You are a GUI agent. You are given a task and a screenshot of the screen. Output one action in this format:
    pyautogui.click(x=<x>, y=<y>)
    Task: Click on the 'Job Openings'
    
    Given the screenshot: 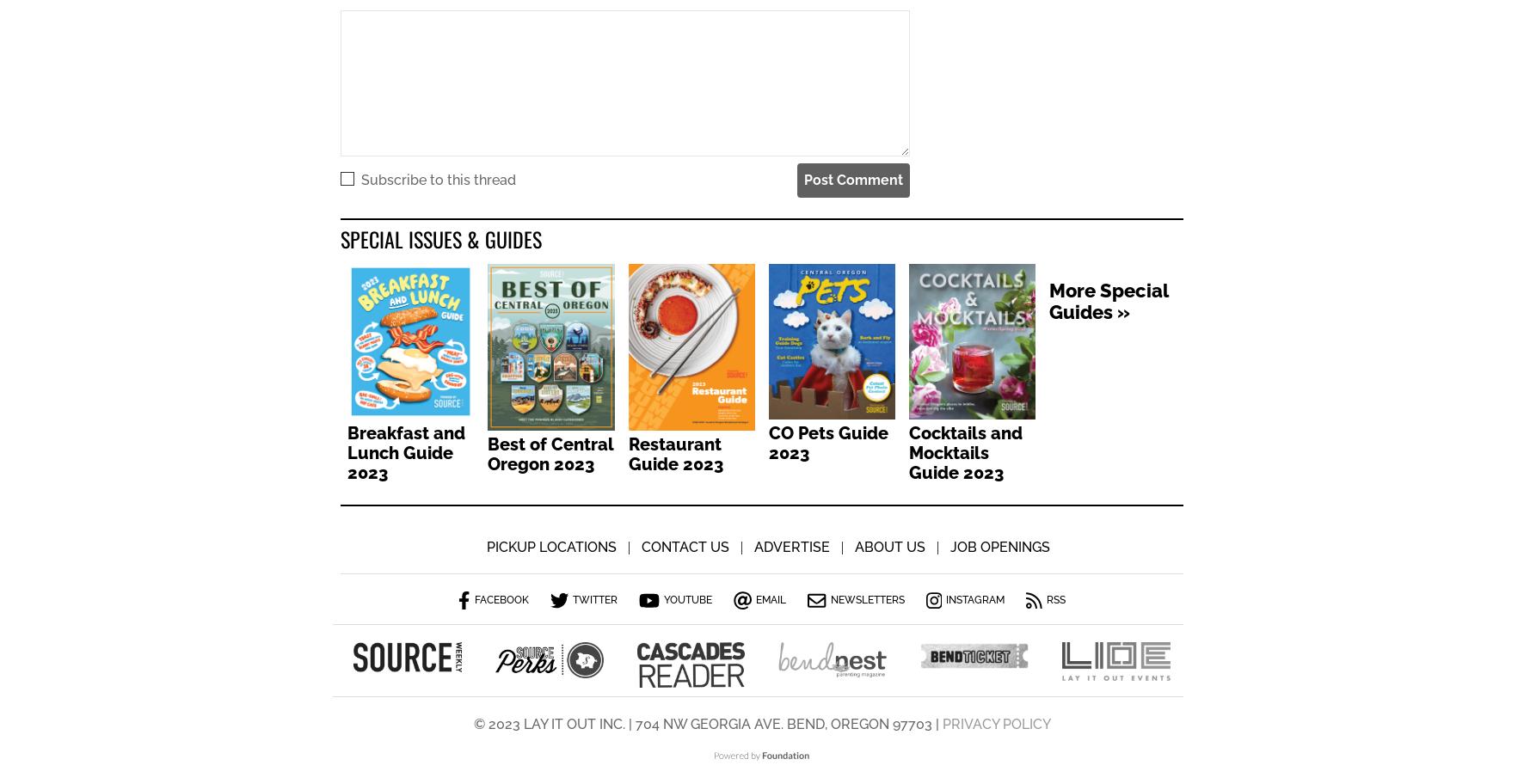 What is the action you would take?
    pyautogui.click(x=949, y=548)
    